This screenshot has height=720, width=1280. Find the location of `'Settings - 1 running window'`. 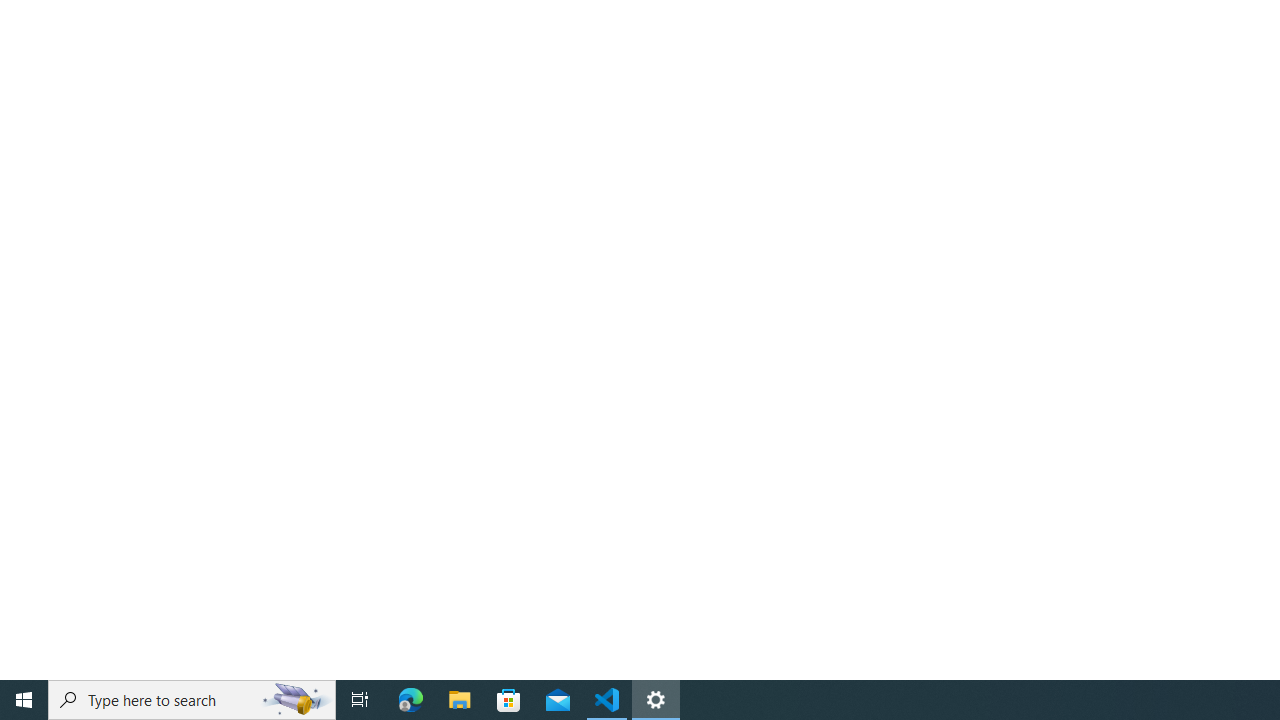

'Settings - 1 running window' is located at coordinates (656, 698).